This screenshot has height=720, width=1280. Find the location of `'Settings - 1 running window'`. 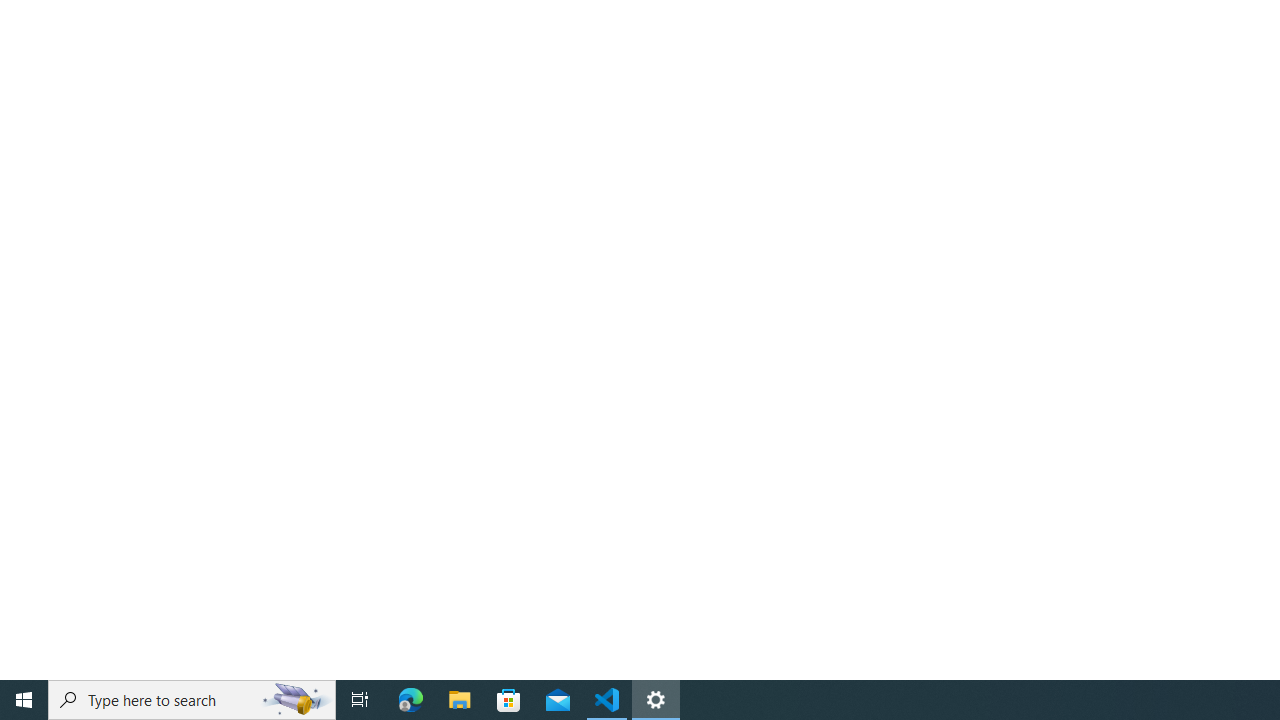

'Settings - 1 running window' is located at coordinates (656, 698).